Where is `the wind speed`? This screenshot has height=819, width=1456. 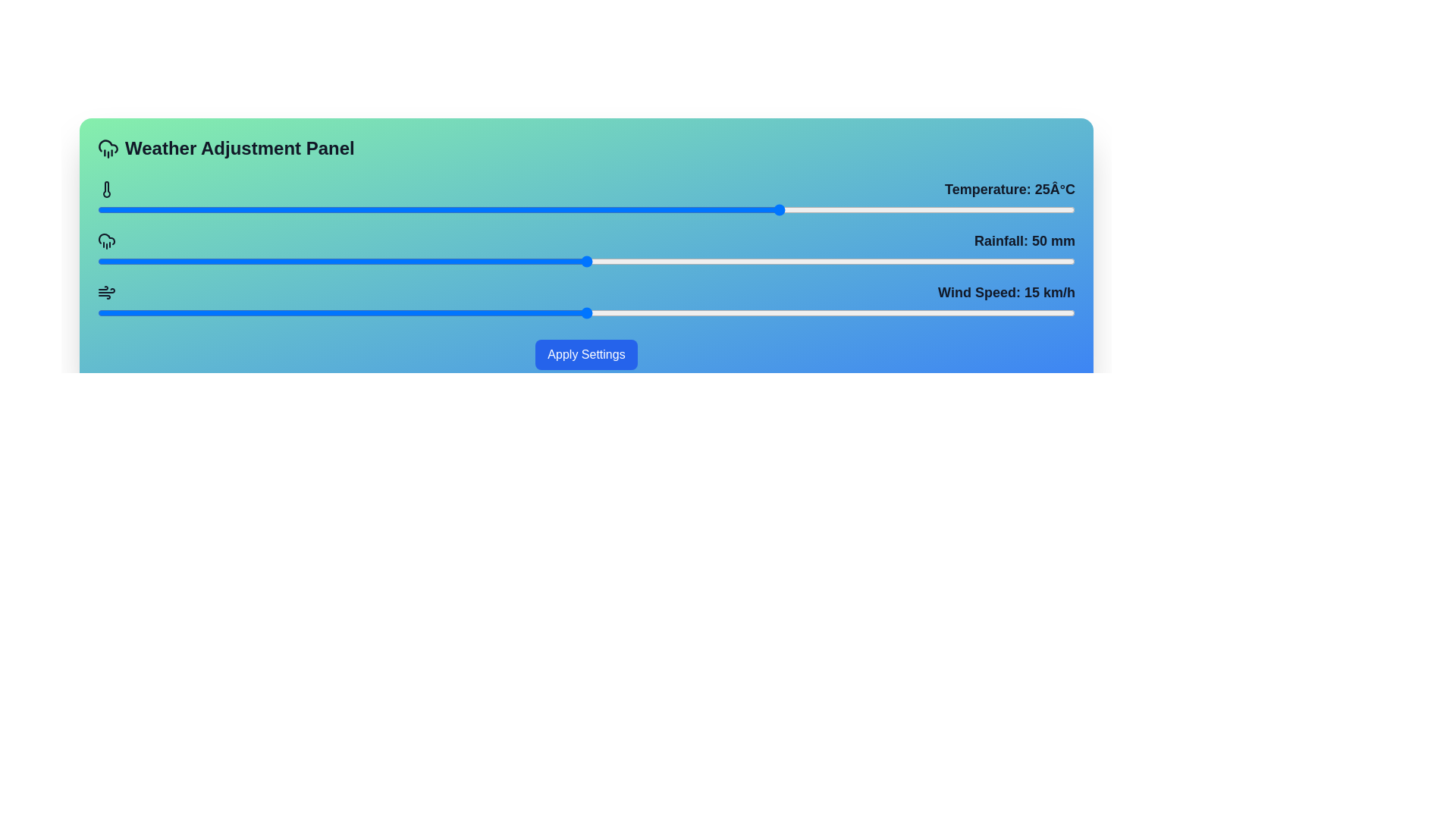 the wind speed is located at coordinates (944, 312).